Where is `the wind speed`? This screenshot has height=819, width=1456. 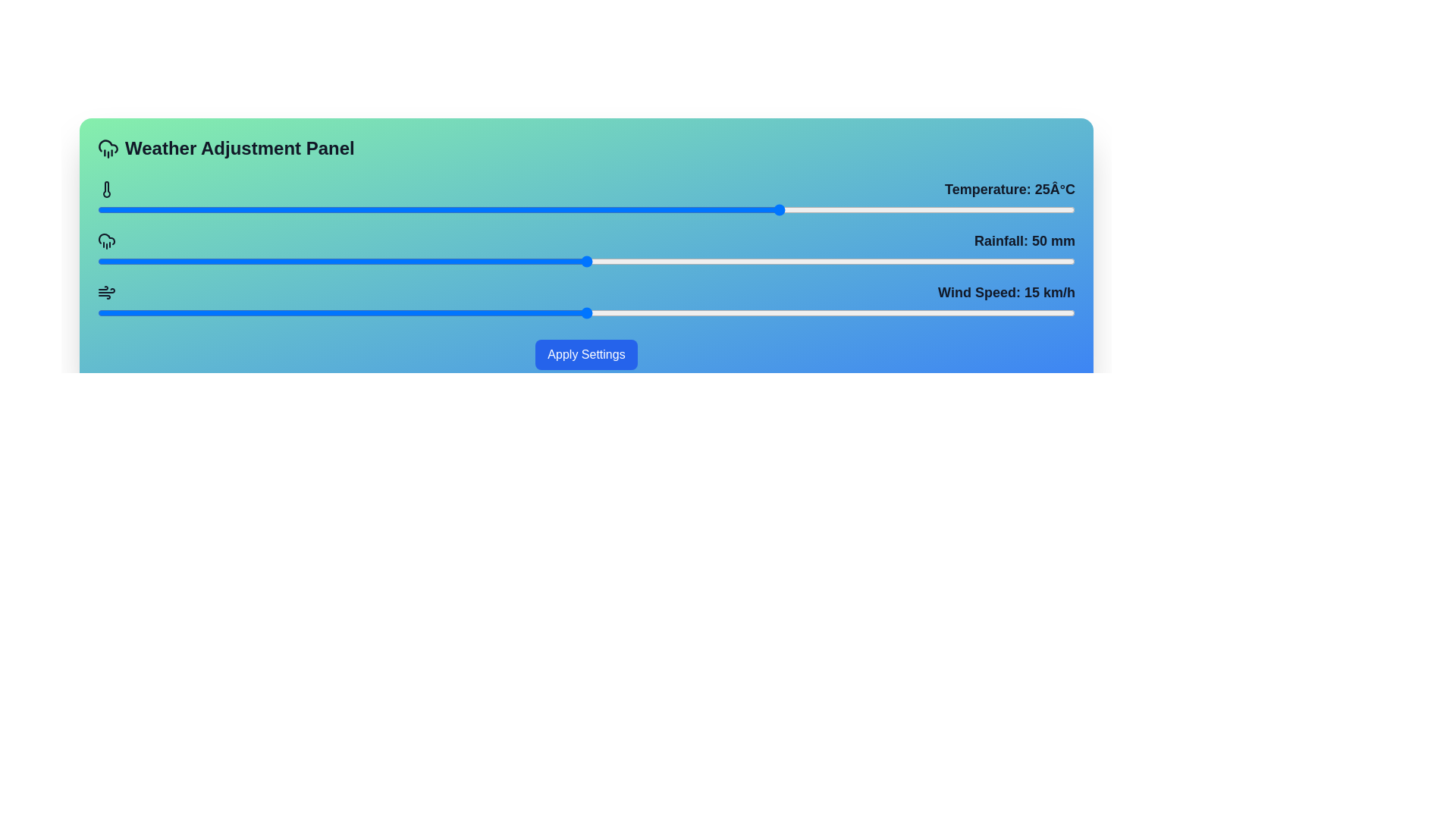 the wind speed is located at coordinates (944, 312).